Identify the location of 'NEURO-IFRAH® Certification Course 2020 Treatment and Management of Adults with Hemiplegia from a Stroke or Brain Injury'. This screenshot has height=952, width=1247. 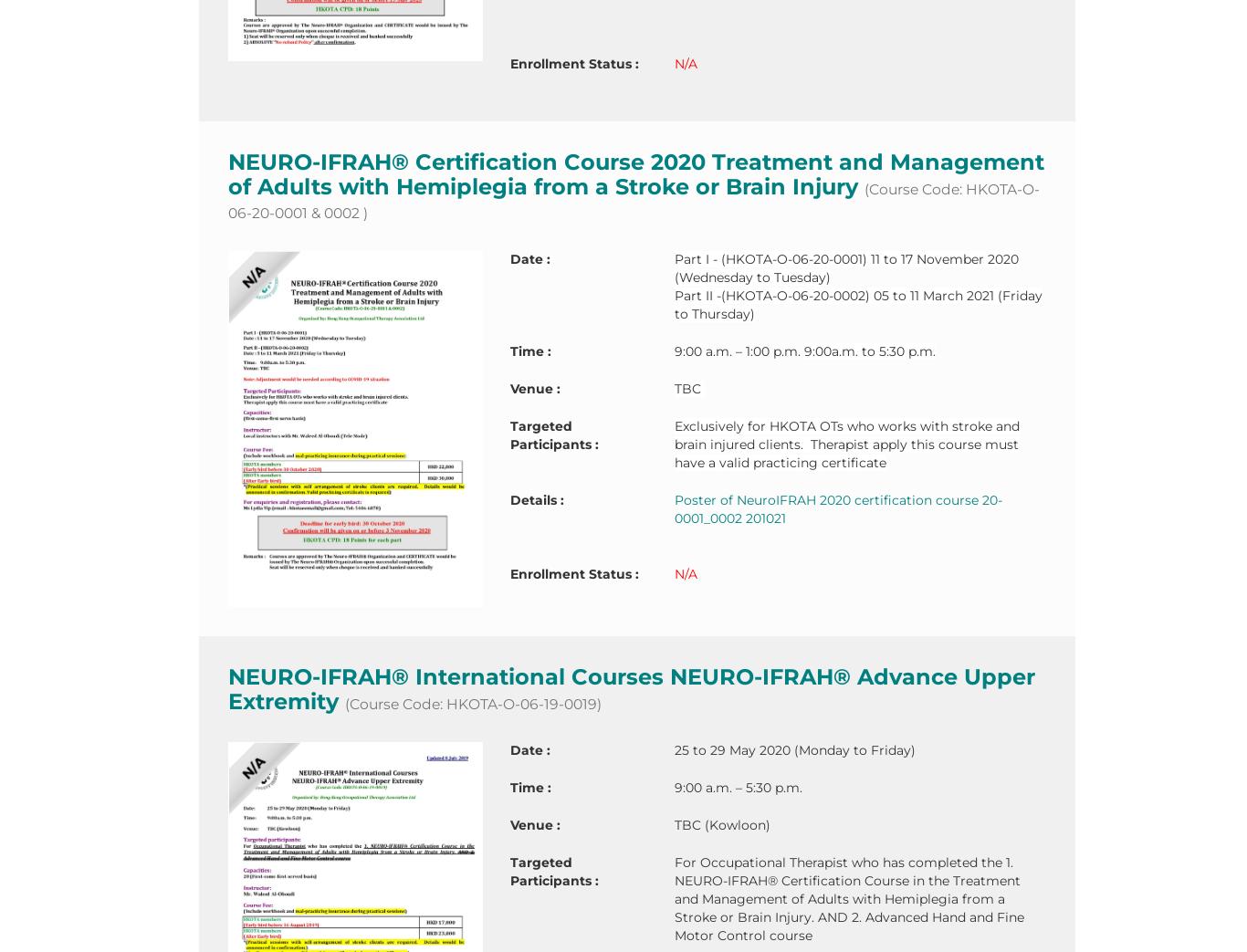
(635, 173).